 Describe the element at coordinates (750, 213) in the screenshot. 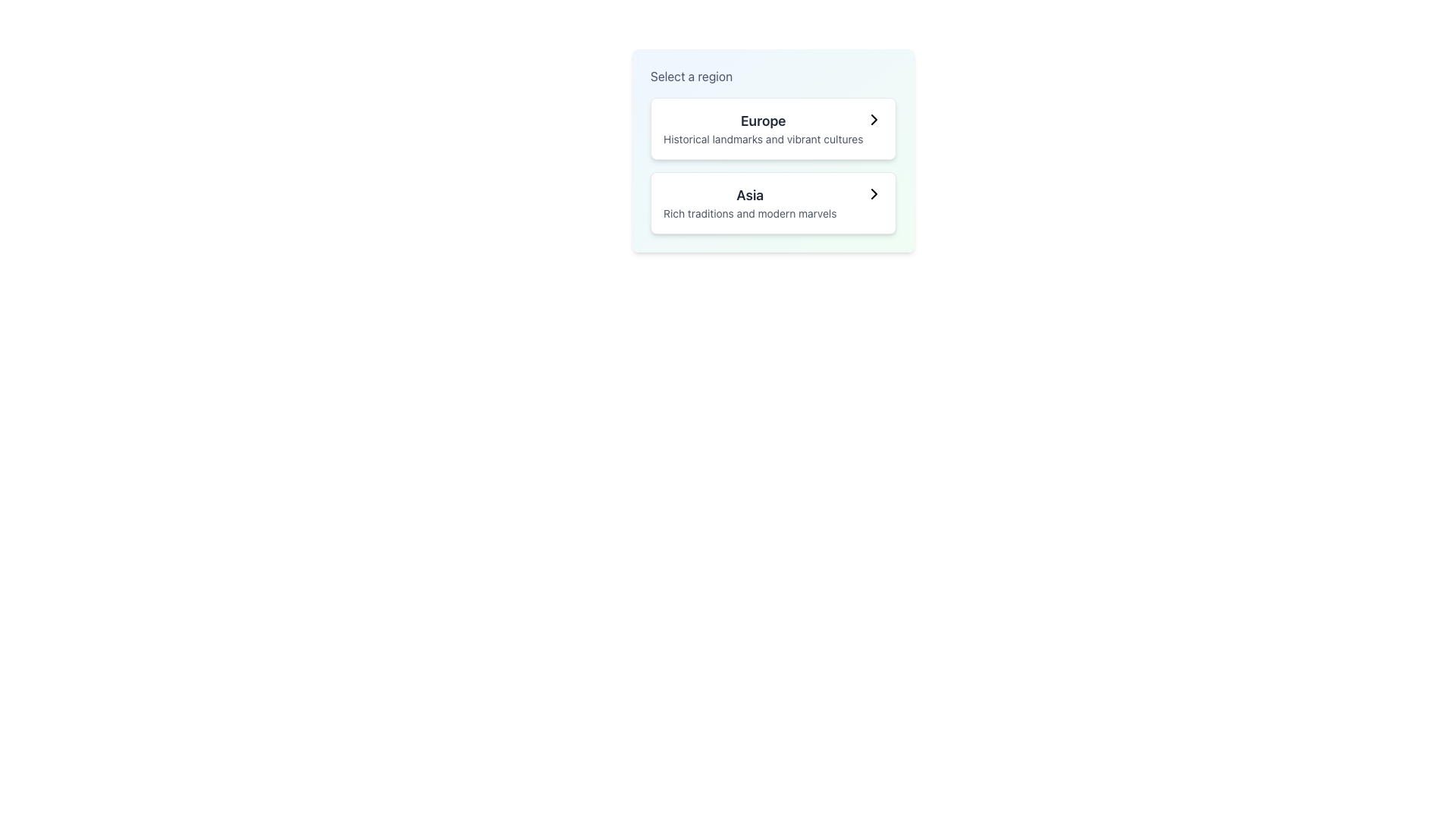

I see `the descriptive subtitle text element located beneath the 'Asia' title in the card view` at that location.